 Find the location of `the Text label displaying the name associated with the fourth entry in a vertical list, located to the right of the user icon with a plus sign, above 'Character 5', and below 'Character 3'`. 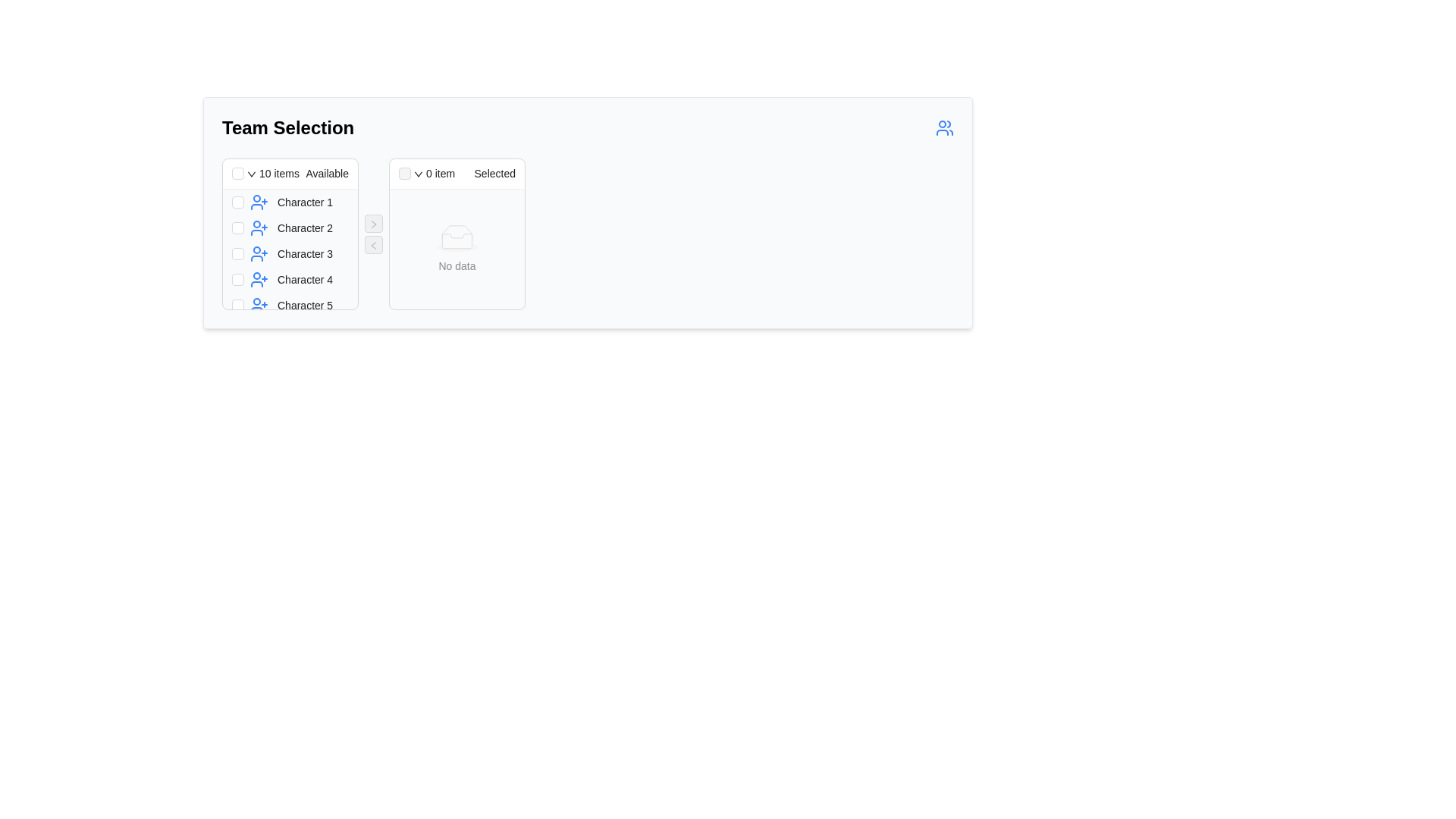

the Text label displaying the name associated with the fourth entry in a vertical list, located to the right of the user icon with a plus sign, above 'Character 5', and below 'Character 3' is located at coordinates (304, 280).